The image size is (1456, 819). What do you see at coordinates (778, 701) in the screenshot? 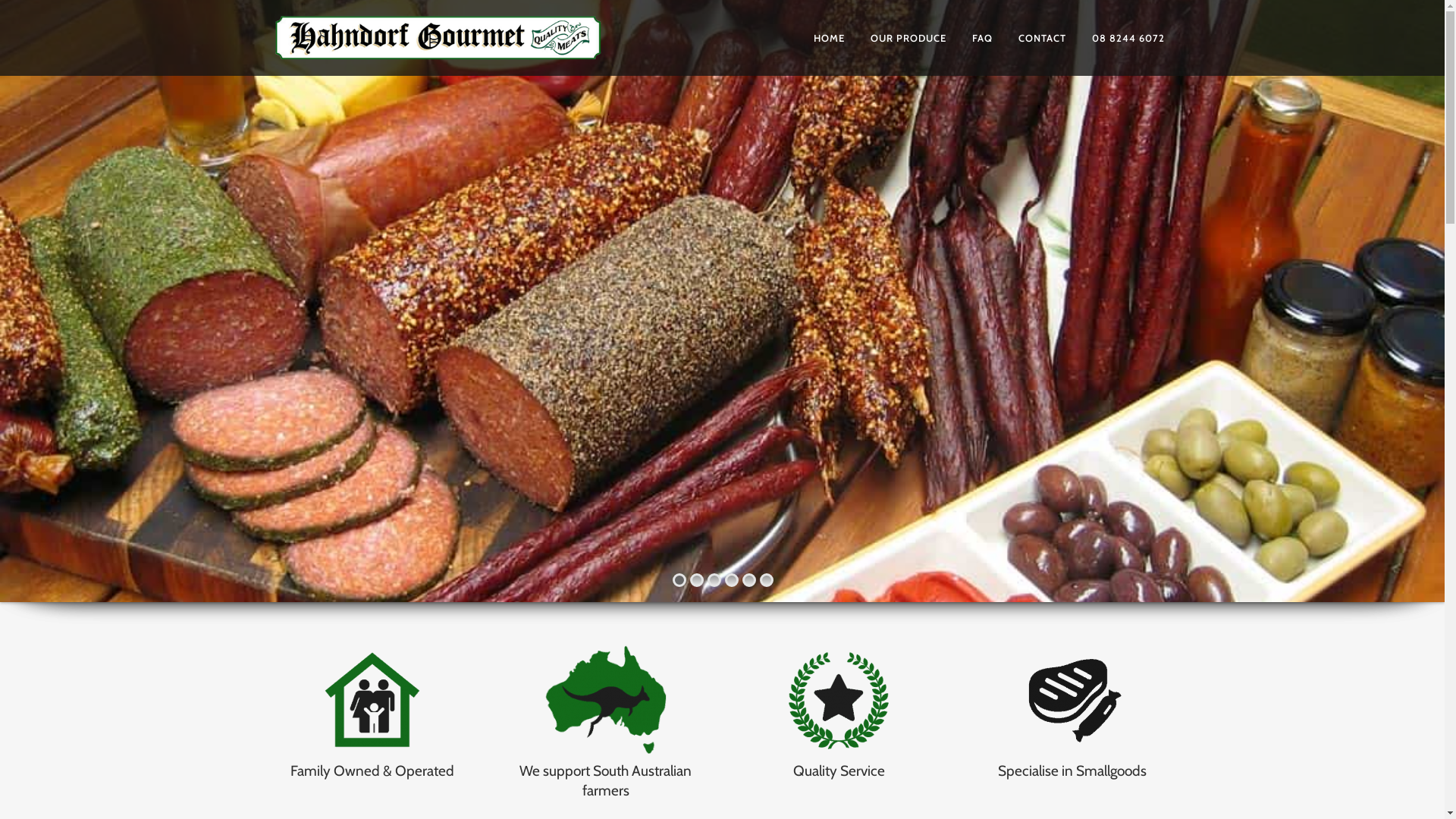
I see `'hg-pod8-01'` at bounding box center [778, 701].